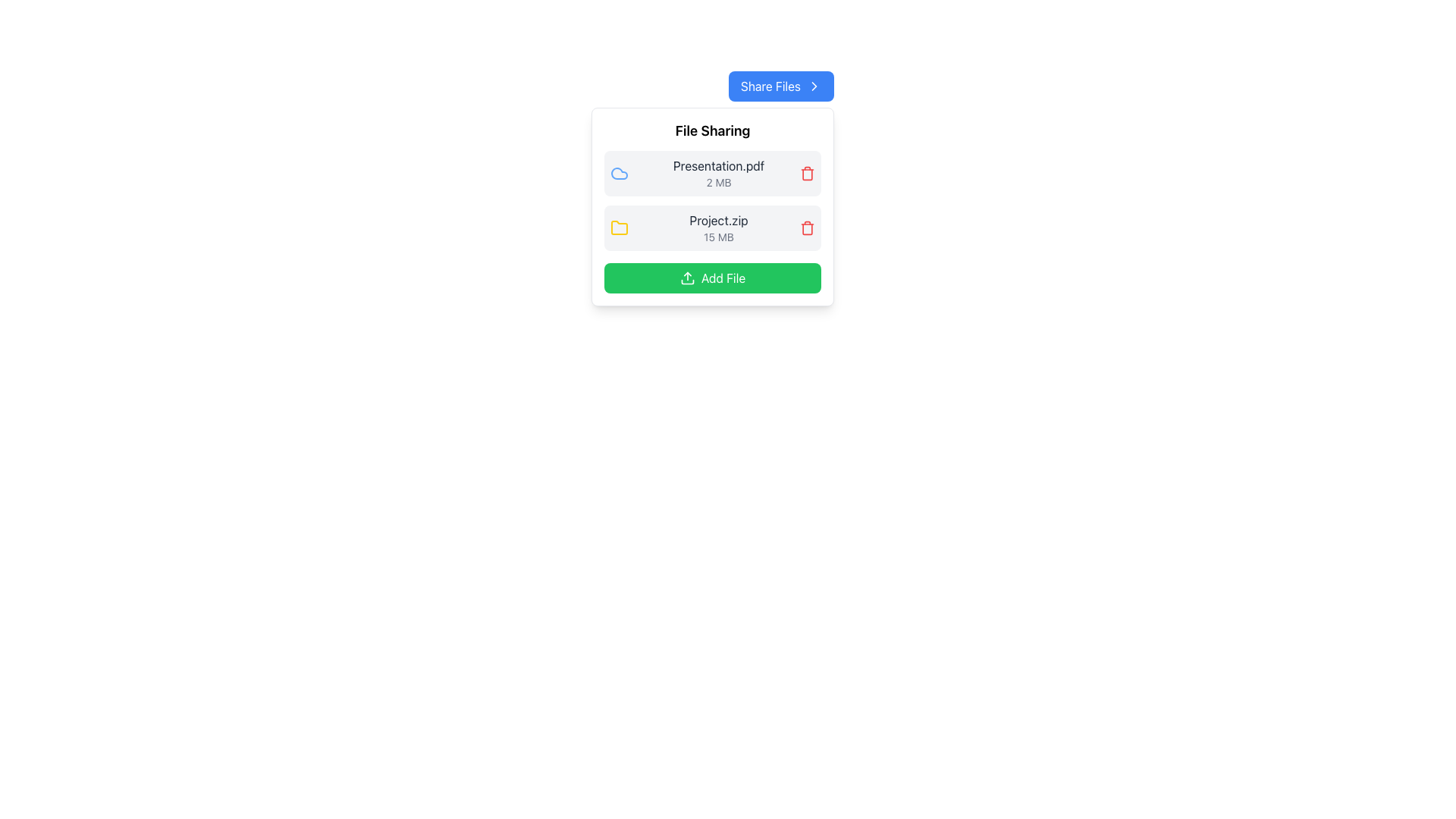  What do you see at coordinates (718, 181) in the screenshot?
I see `the non-interactive text label providing metadata about the file size, located directly below 'Presentation.pdf'` at bounding box center [718, 181].